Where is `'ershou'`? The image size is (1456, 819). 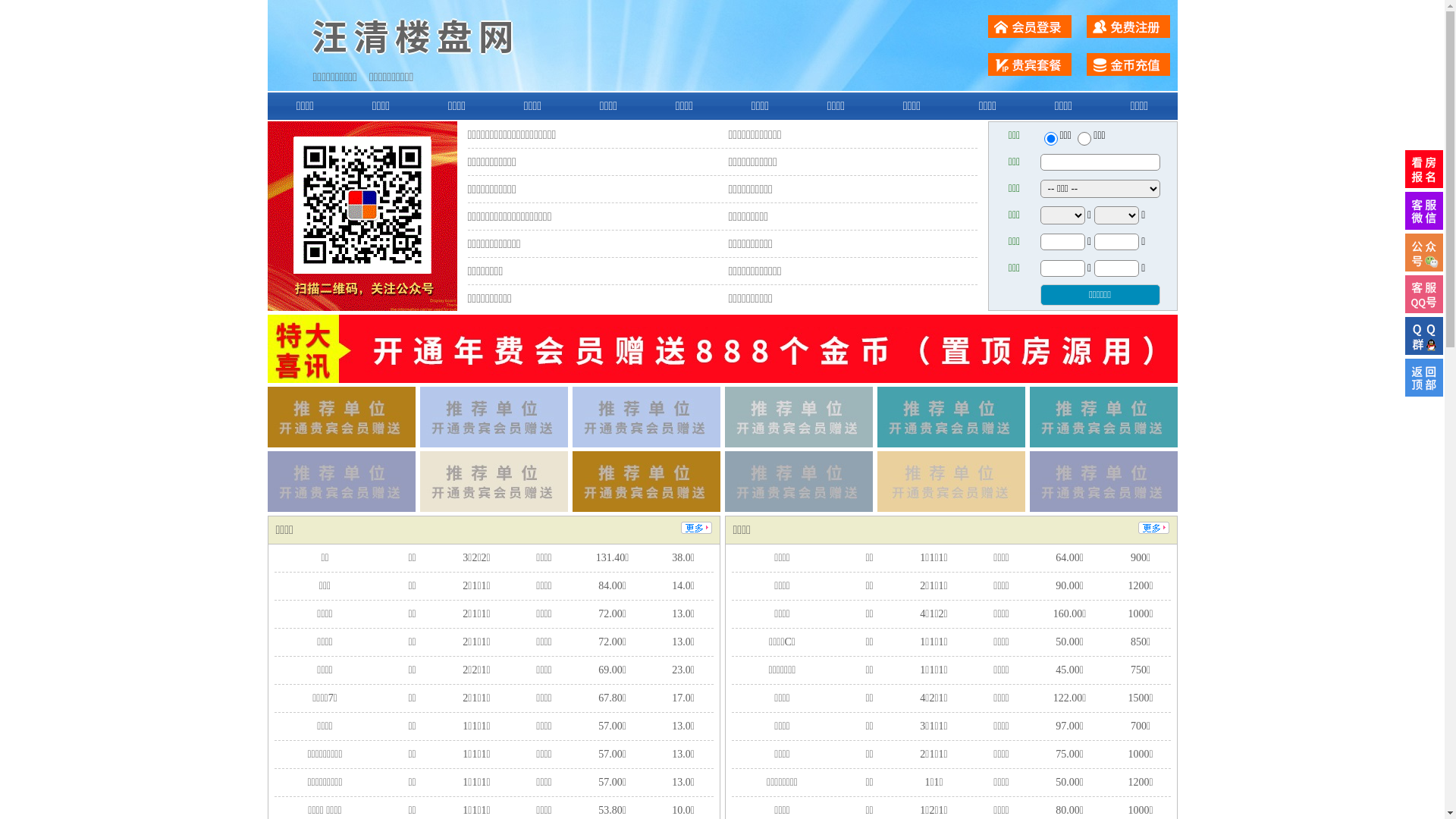
'ershou' is located at coordinates (1050, 138).